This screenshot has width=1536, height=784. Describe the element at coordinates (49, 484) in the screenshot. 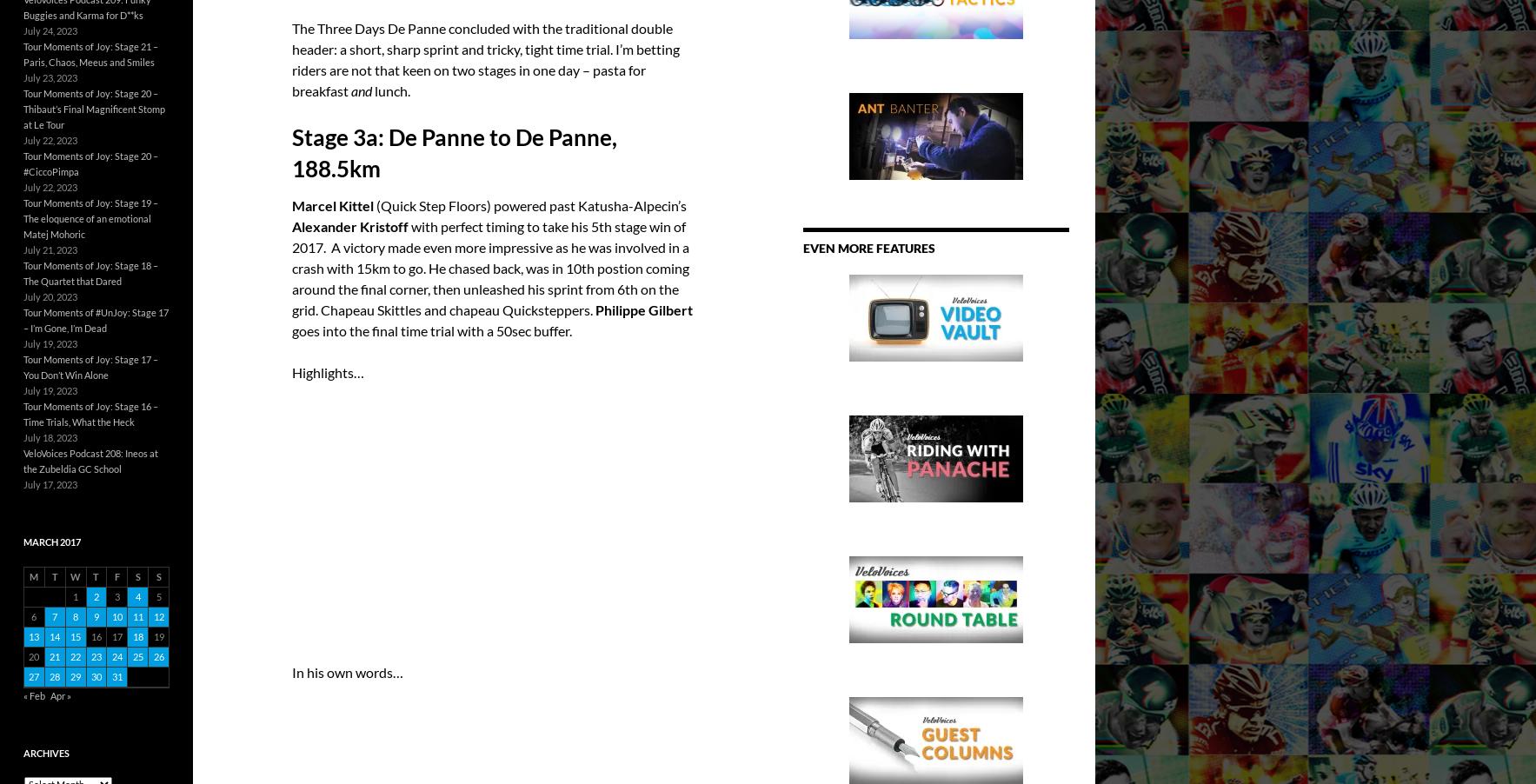

I see `'July 17, 2023'` at that location.